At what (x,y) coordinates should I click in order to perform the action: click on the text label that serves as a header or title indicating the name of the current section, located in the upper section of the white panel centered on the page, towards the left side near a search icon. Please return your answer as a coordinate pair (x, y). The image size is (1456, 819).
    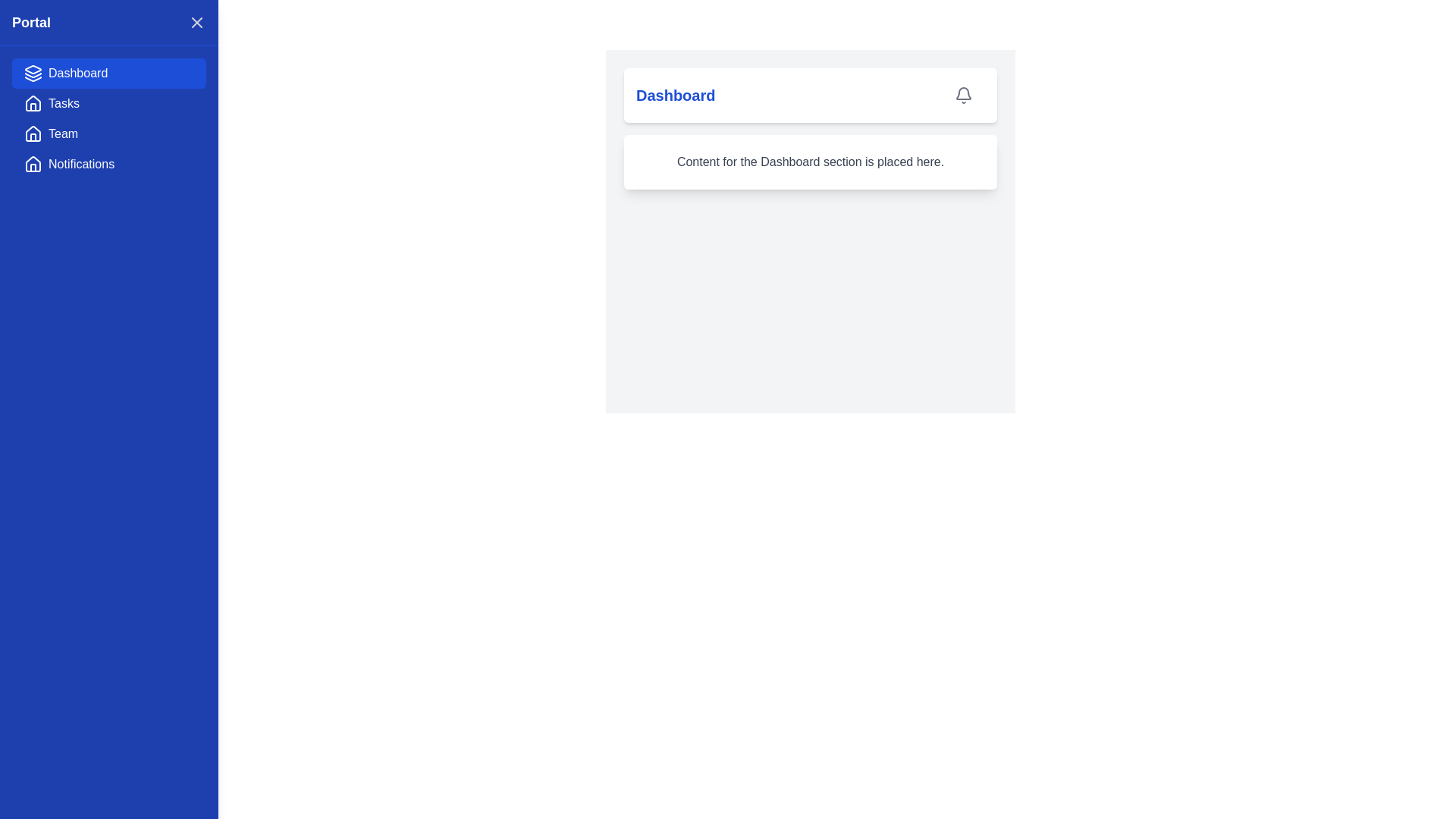
    Looking at the image, I should click on (675, 96).